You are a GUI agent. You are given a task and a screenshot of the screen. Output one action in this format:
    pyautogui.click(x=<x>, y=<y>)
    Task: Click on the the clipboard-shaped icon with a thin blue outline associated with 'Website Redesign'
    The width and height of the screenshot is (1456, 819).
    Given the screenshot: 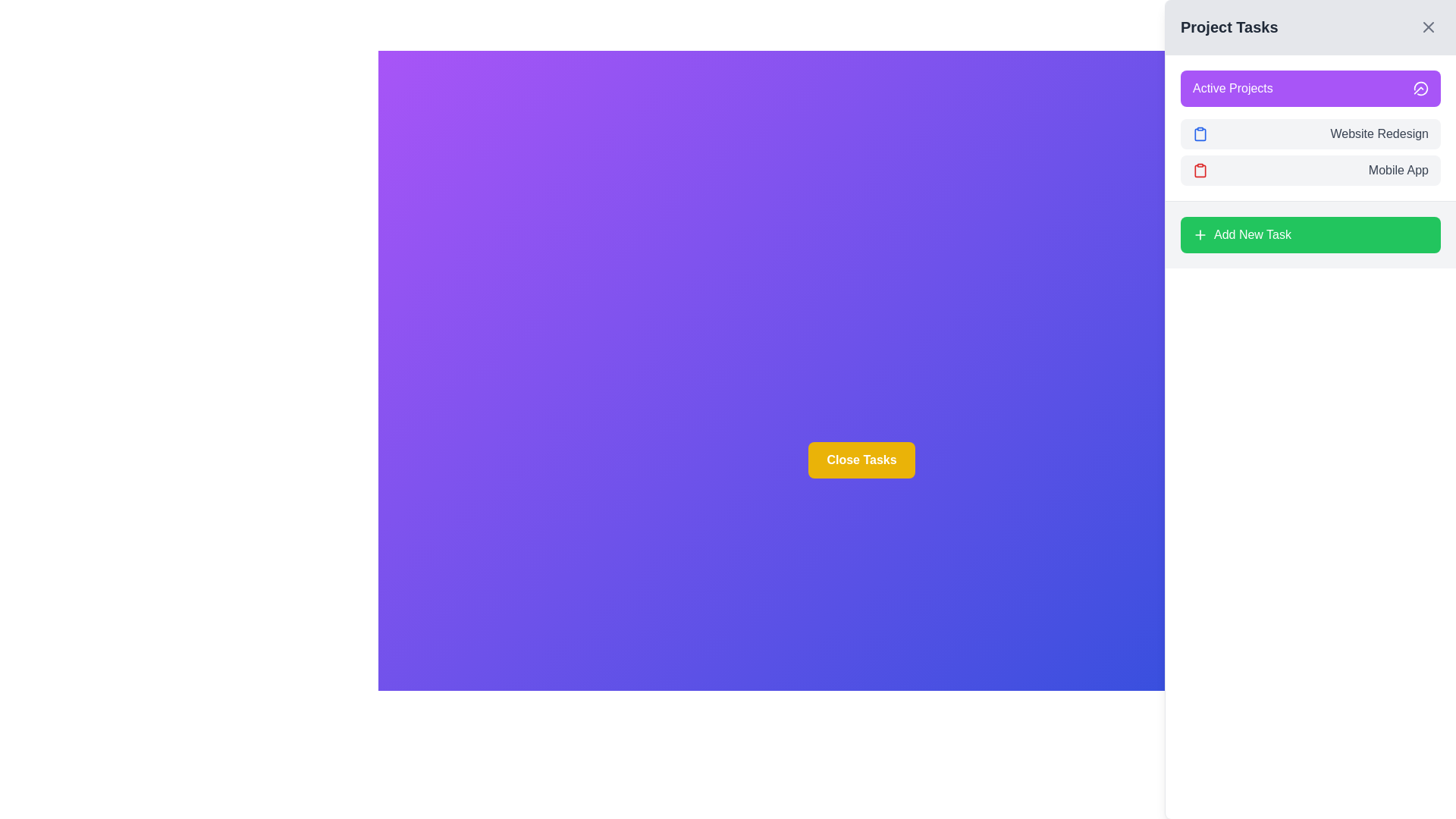 What is the action you would take?
    pyautogui.click(x=1200, y=133)
    